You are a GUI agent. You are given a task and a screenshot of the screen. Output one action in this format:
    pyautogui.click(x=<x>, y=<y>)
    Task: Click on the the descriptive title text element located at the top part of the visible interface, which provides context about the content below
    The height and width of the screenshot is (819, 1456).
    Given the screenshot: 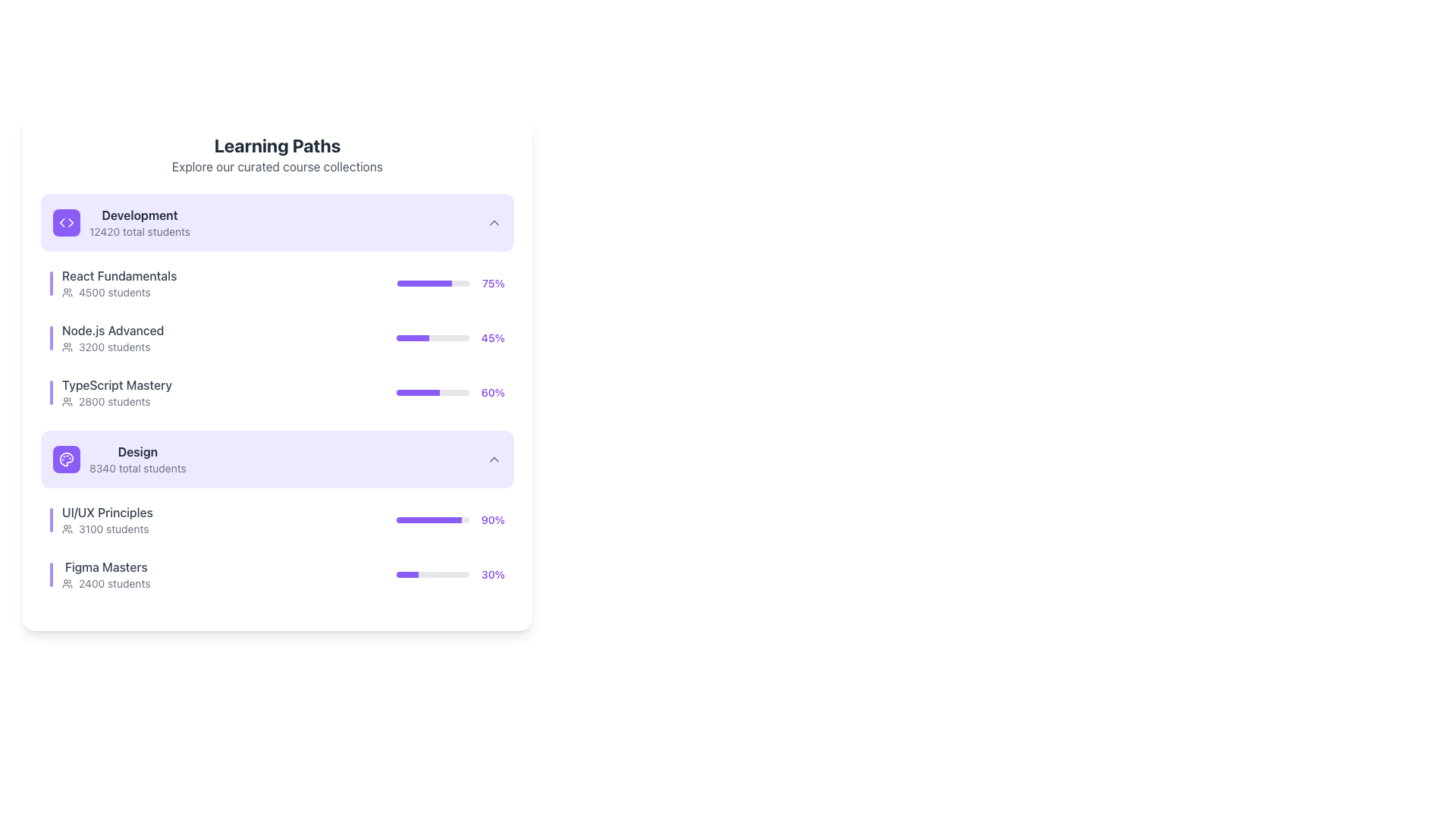 What is the action you would take?
    pyautogui.click(x=277, y=146)
    